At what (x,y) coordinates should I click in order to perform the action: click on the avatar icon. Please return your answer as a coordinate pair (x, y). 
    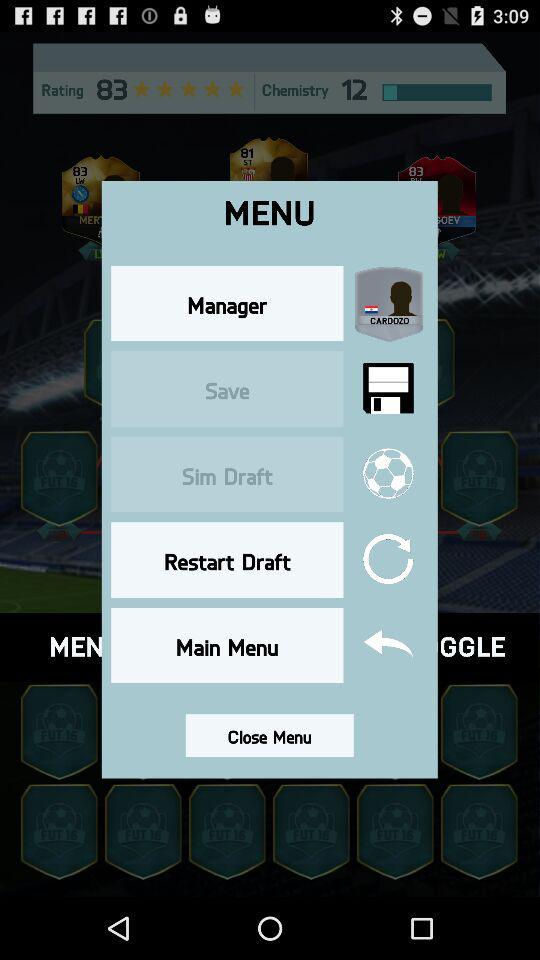
    Looking at the image, I should click on (478, 886).